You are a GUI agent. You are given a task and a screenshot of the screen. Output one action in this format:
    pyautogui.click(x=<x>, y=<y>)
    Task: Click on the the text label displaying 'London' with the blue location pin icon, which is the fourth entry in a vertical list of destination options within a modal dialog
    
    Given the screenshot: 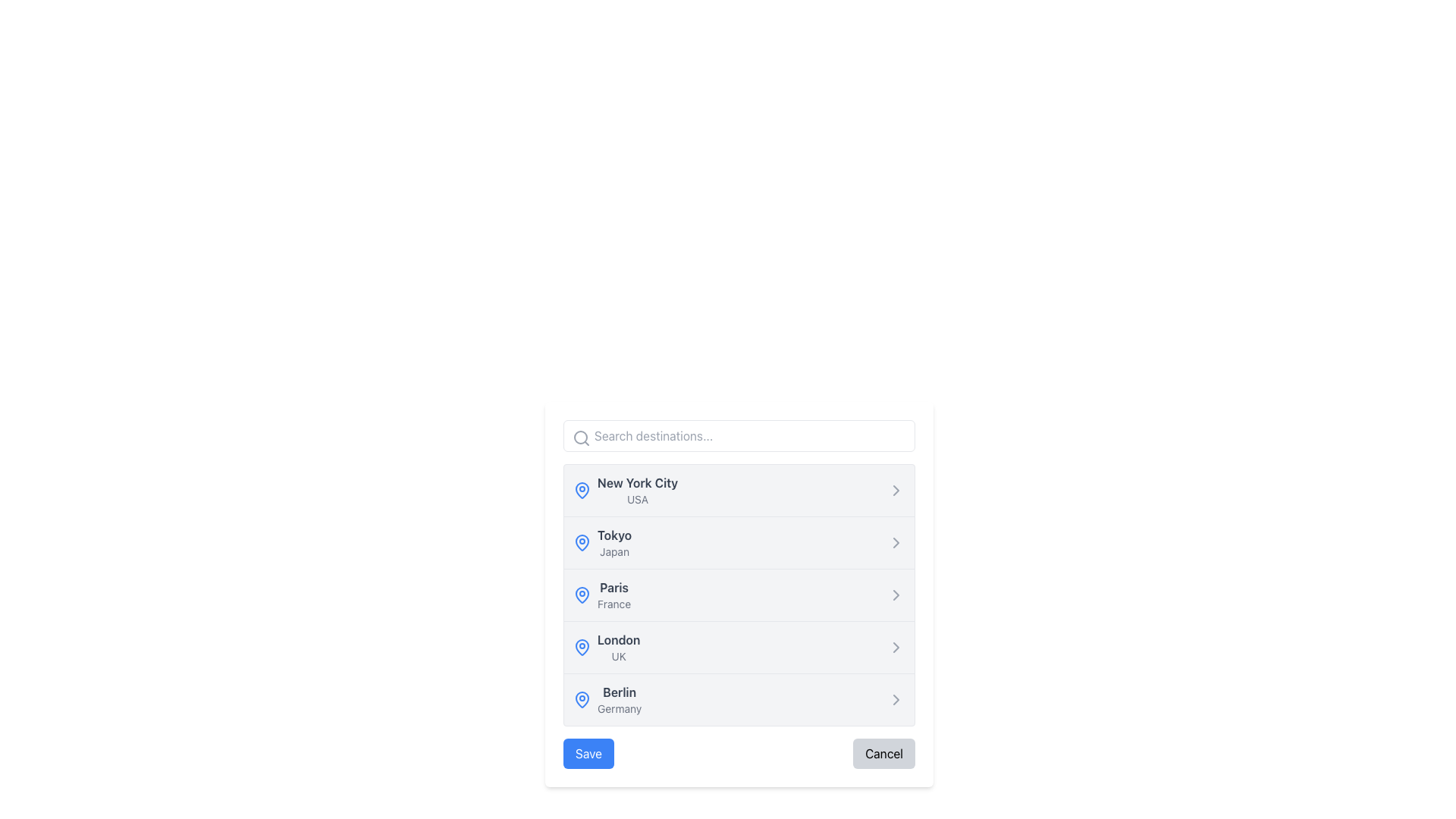 What is the action you would take?
    pyautogui.click(x=607, y=647)
    